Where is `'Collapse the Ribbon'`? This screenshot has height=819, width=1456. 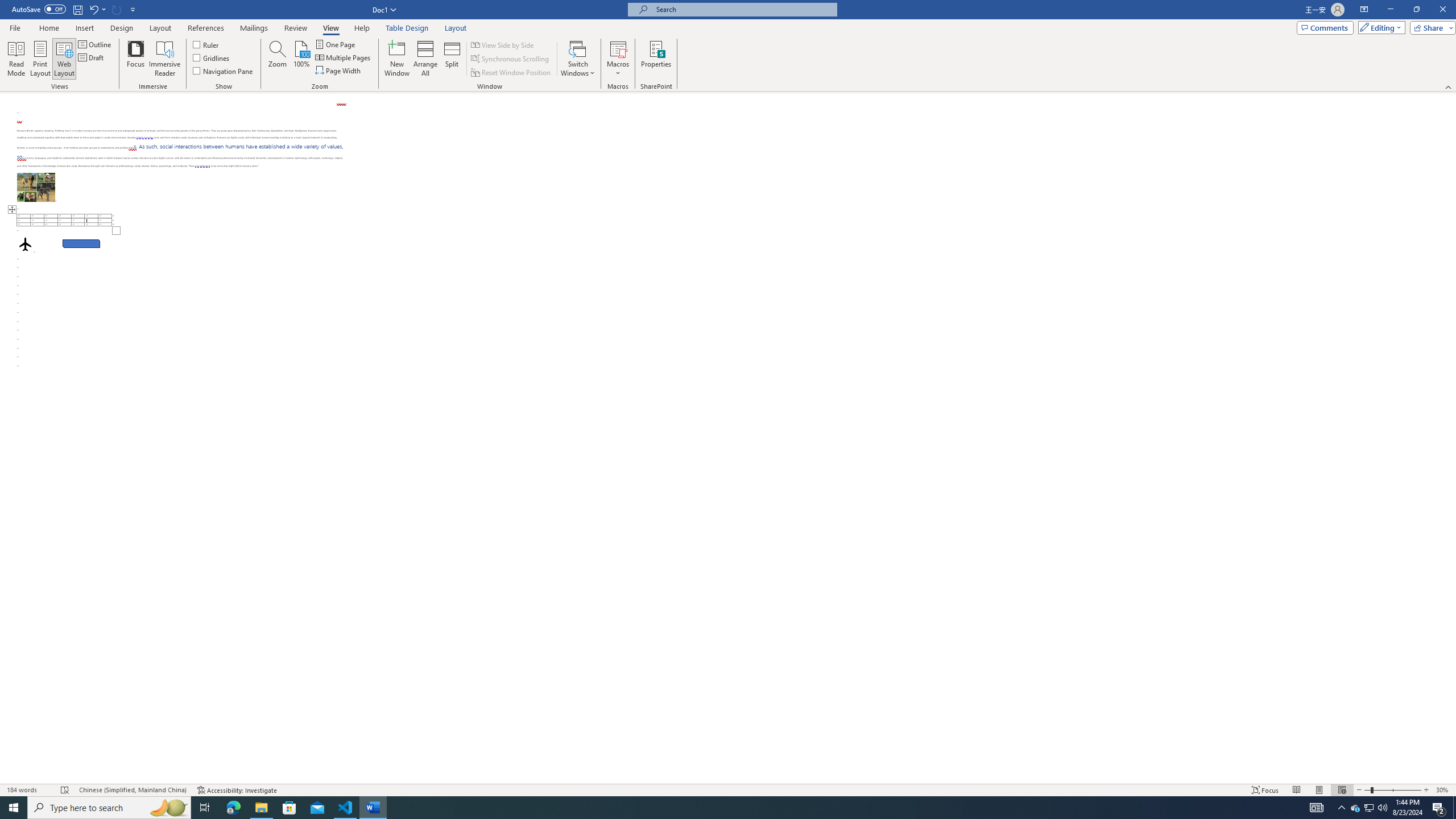 'Collapse the Ribbon' is located at coordinates (1449, 87).